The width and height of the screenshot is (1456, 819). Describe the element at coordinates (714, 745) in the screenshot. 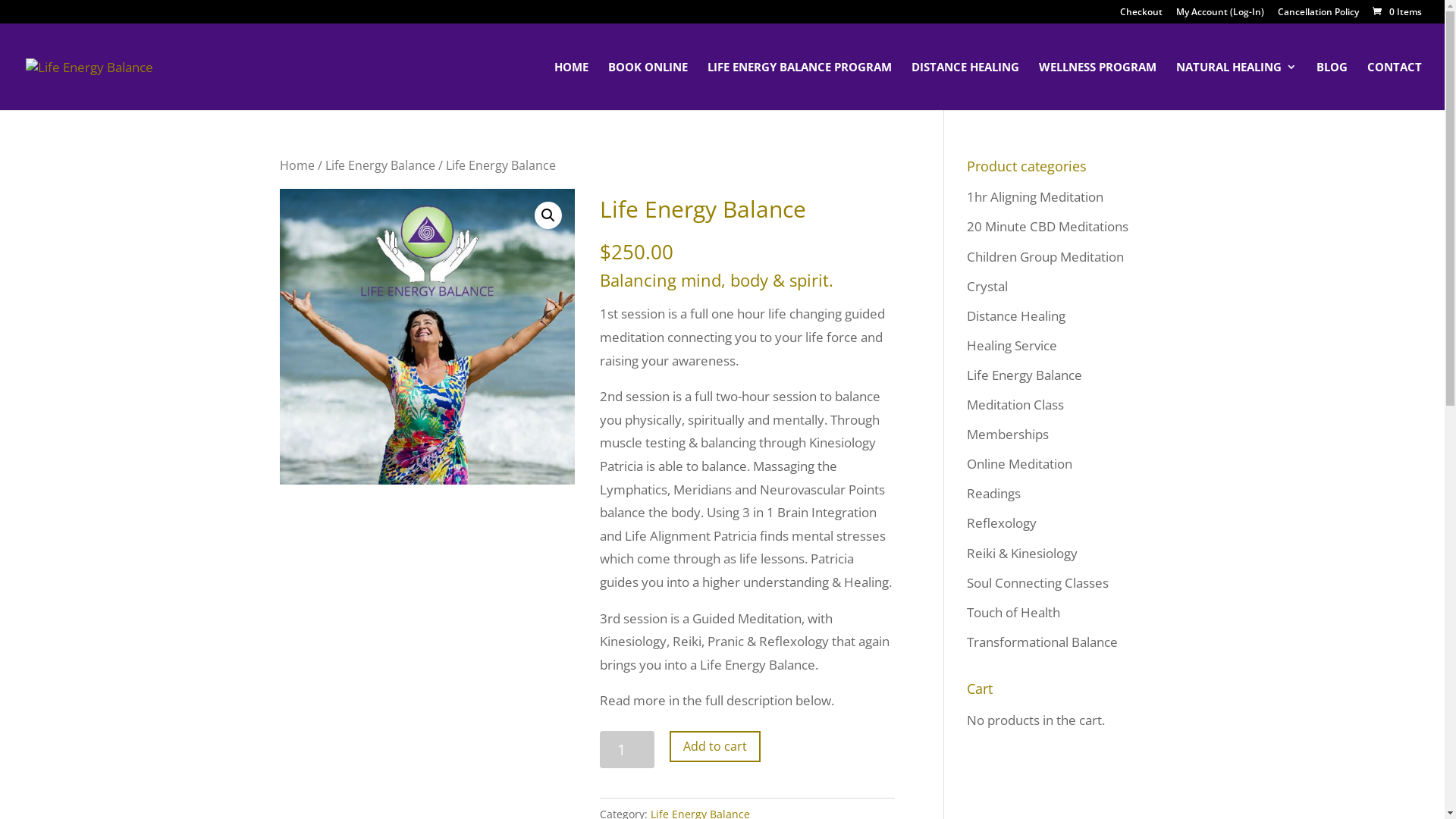

I see `'Add to cart'` at that location.